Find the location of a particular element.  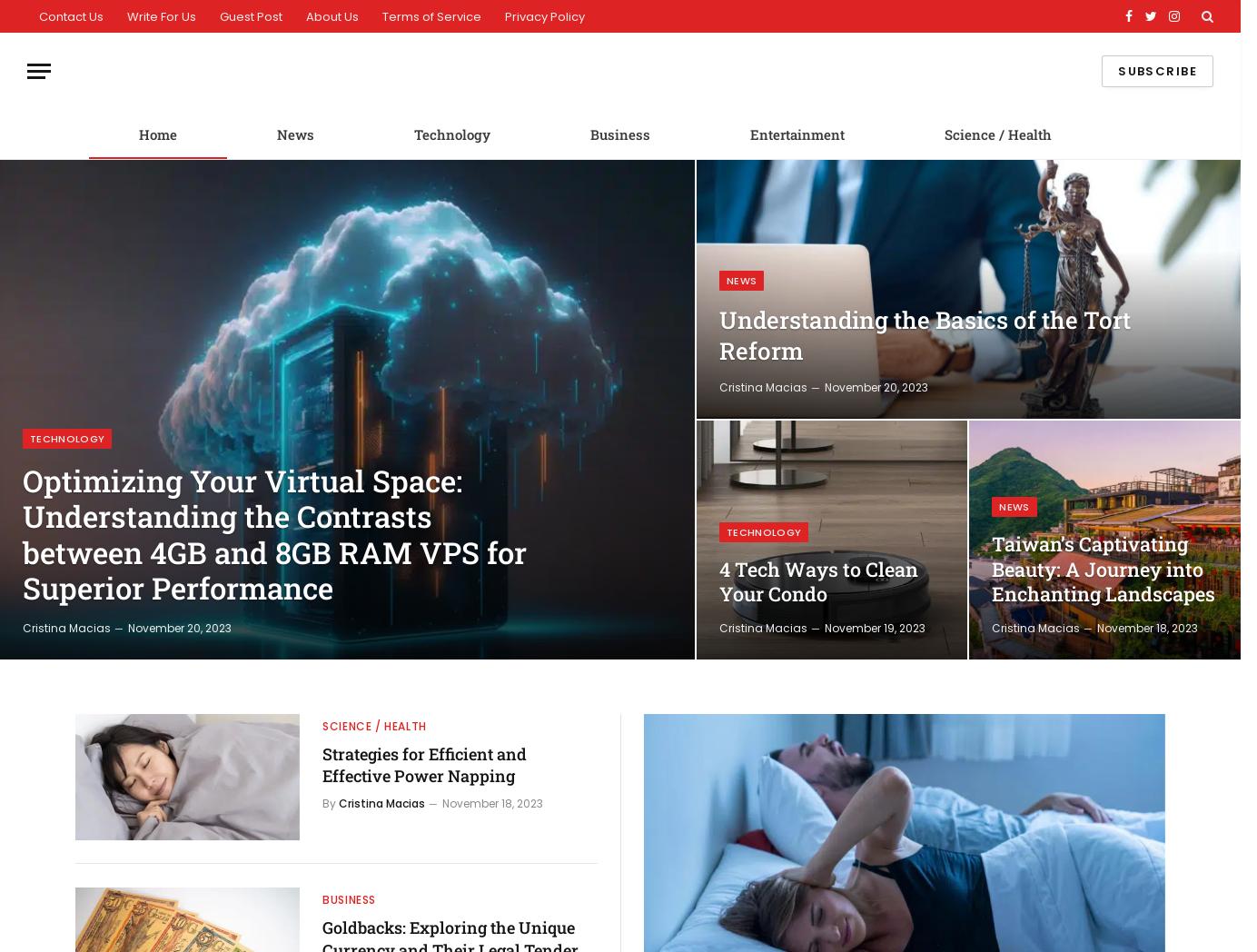

'Home' is located at coordinates (156, 134).